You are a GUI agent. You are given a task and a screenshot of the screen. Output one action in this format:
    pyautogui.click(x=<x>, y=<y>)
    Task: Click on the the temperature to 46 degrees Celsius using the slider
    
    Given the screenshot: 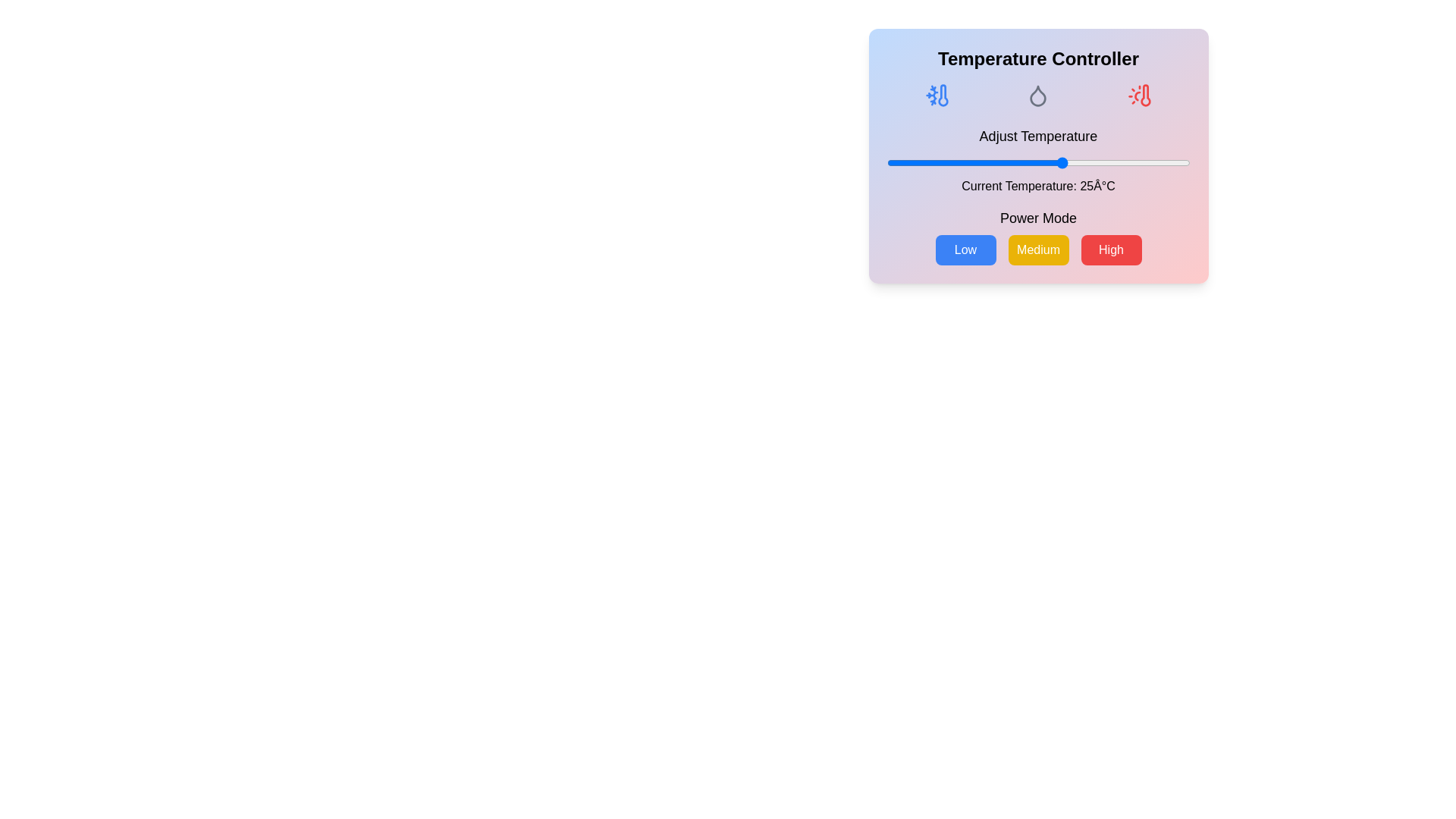 What is the action you would take?
    pyautogui.click(x=1169, y=163)
    